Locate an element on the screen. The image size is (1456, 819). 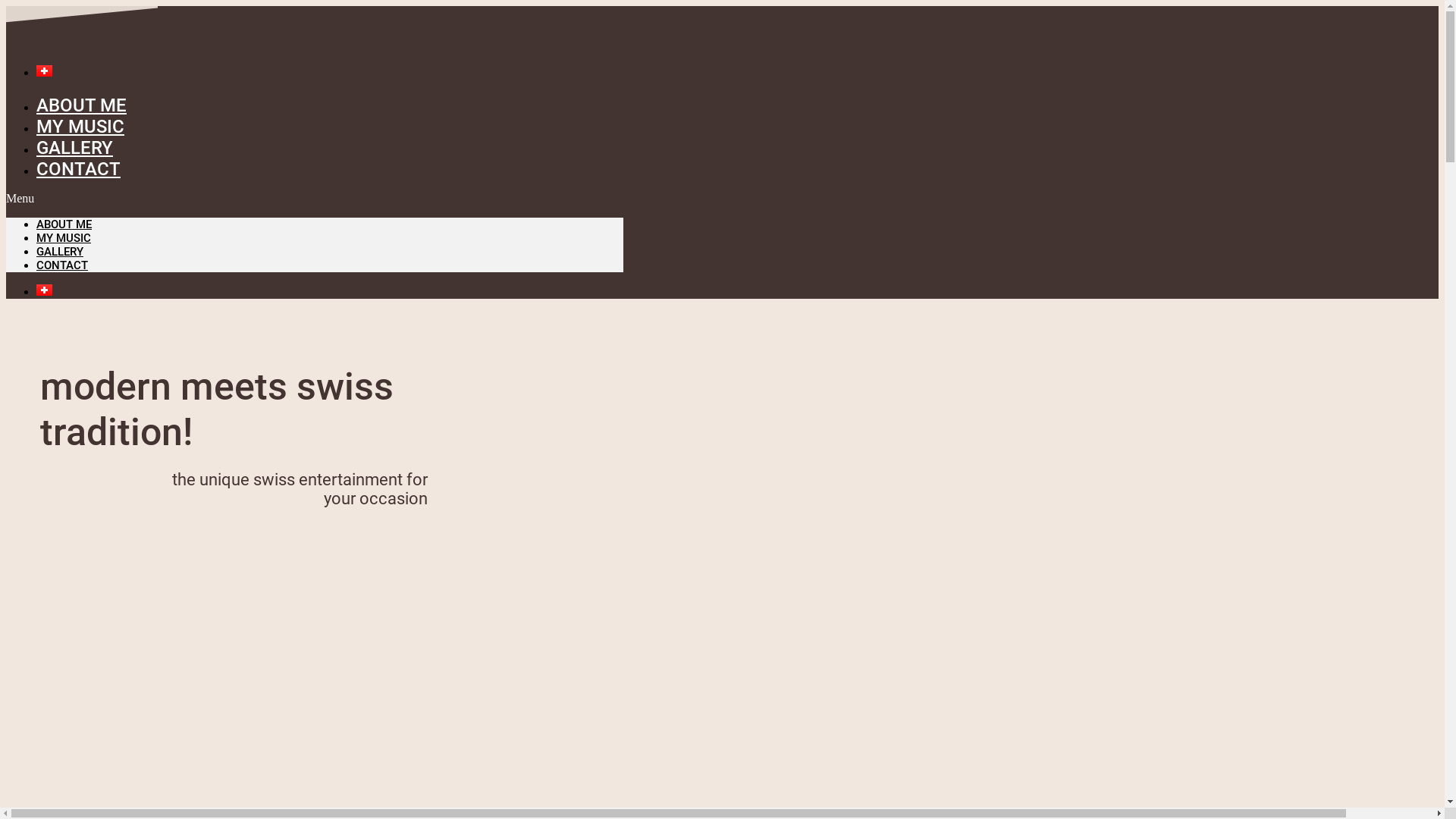
'ABOUT ME' is located at coordinates (36, 224).